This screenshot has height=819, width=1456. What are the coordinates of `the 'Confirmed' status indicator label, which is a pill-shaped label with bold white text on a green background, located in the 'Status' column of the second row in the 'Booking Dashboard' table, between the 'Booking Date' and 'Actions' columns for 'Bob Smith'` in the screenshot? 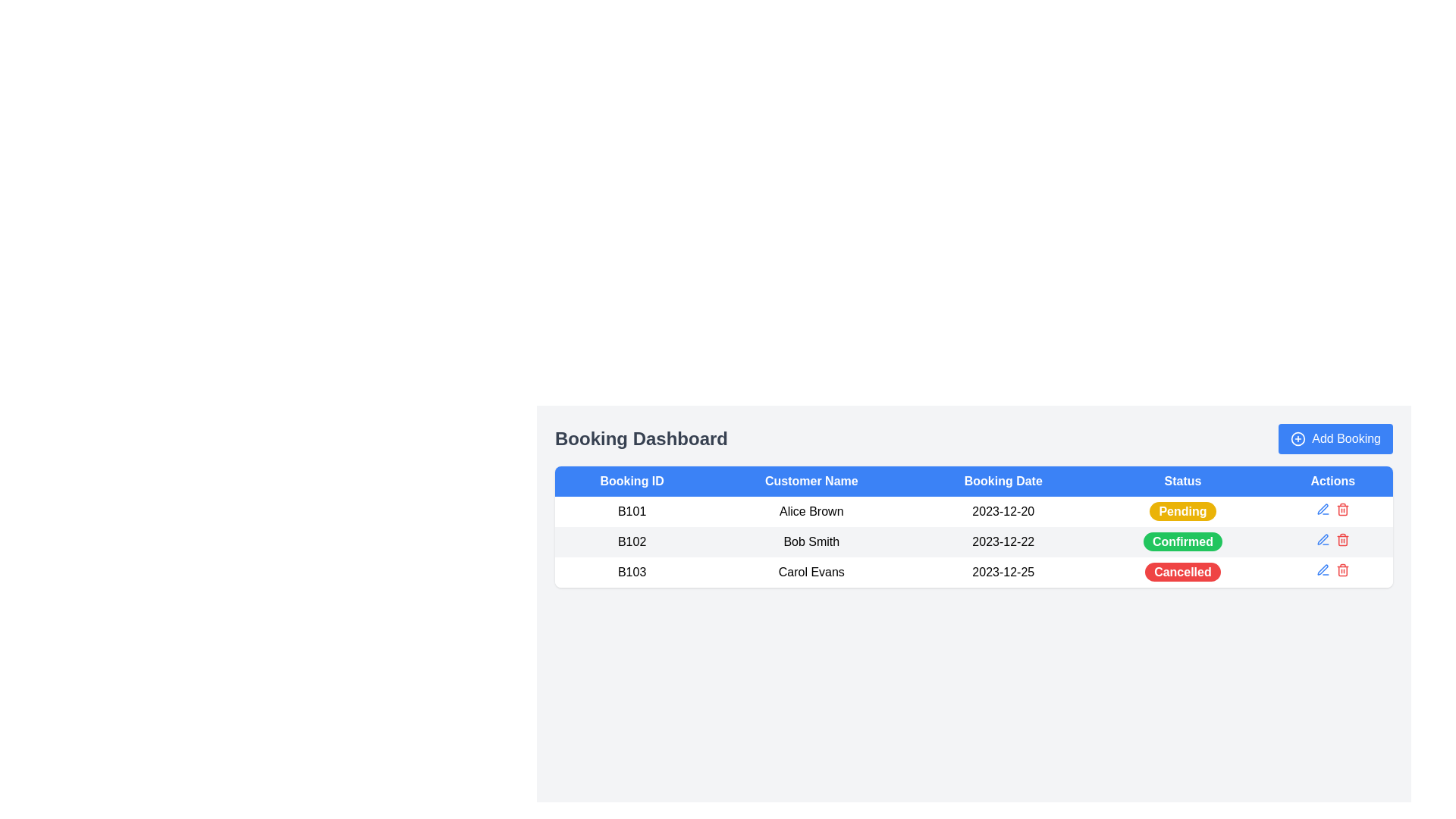 It's located at (1182, 541).